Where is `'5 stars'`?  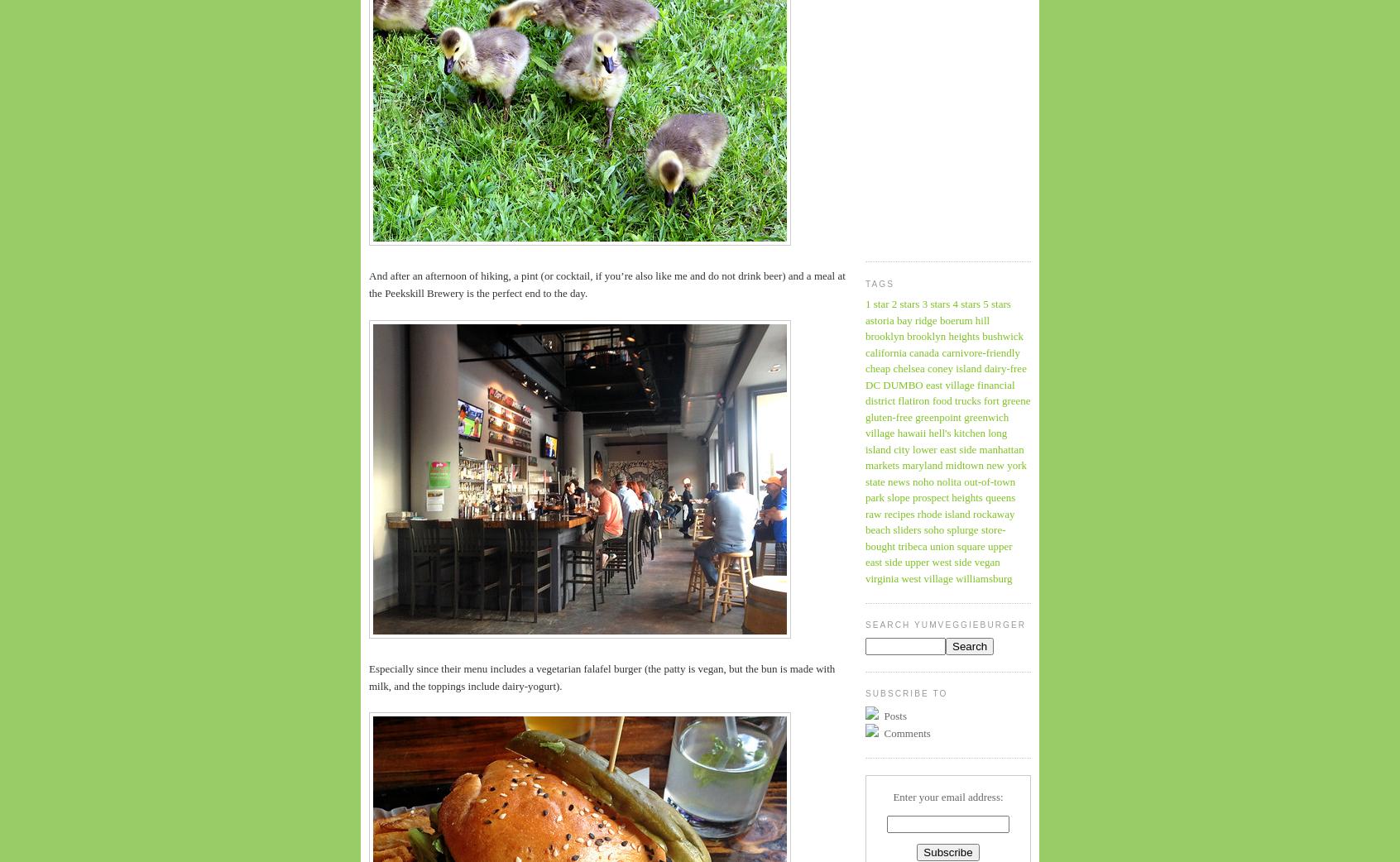 '5 stars' is located at coordinates (996, 303).